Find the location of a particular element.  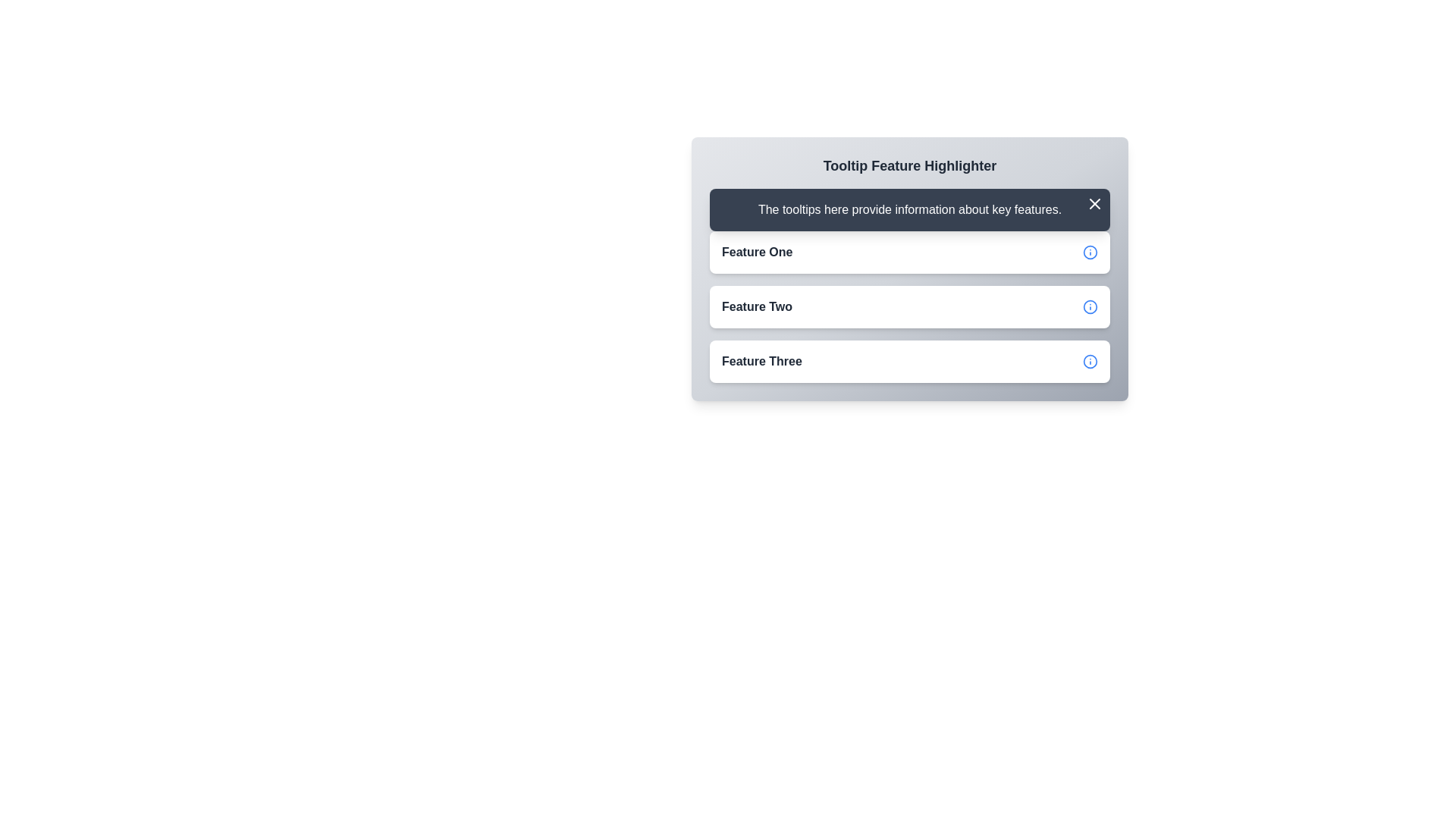

the Text Display Area that displays the text 'The tooltips here provide information about key features.' is located at coordinates (910, 210).